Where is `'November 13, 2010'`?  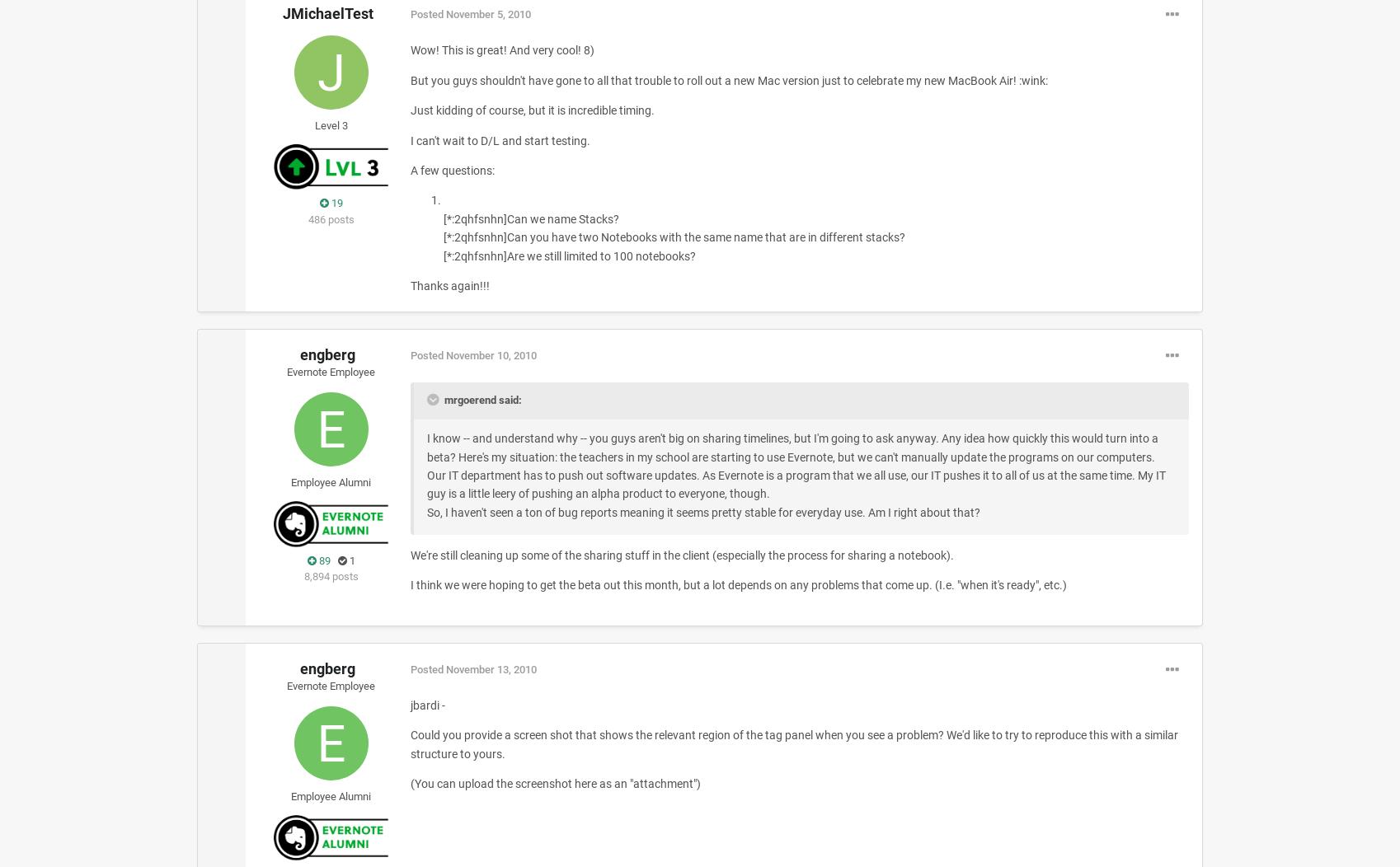 'November 13, 2010' is located at coordinates (490, 669).